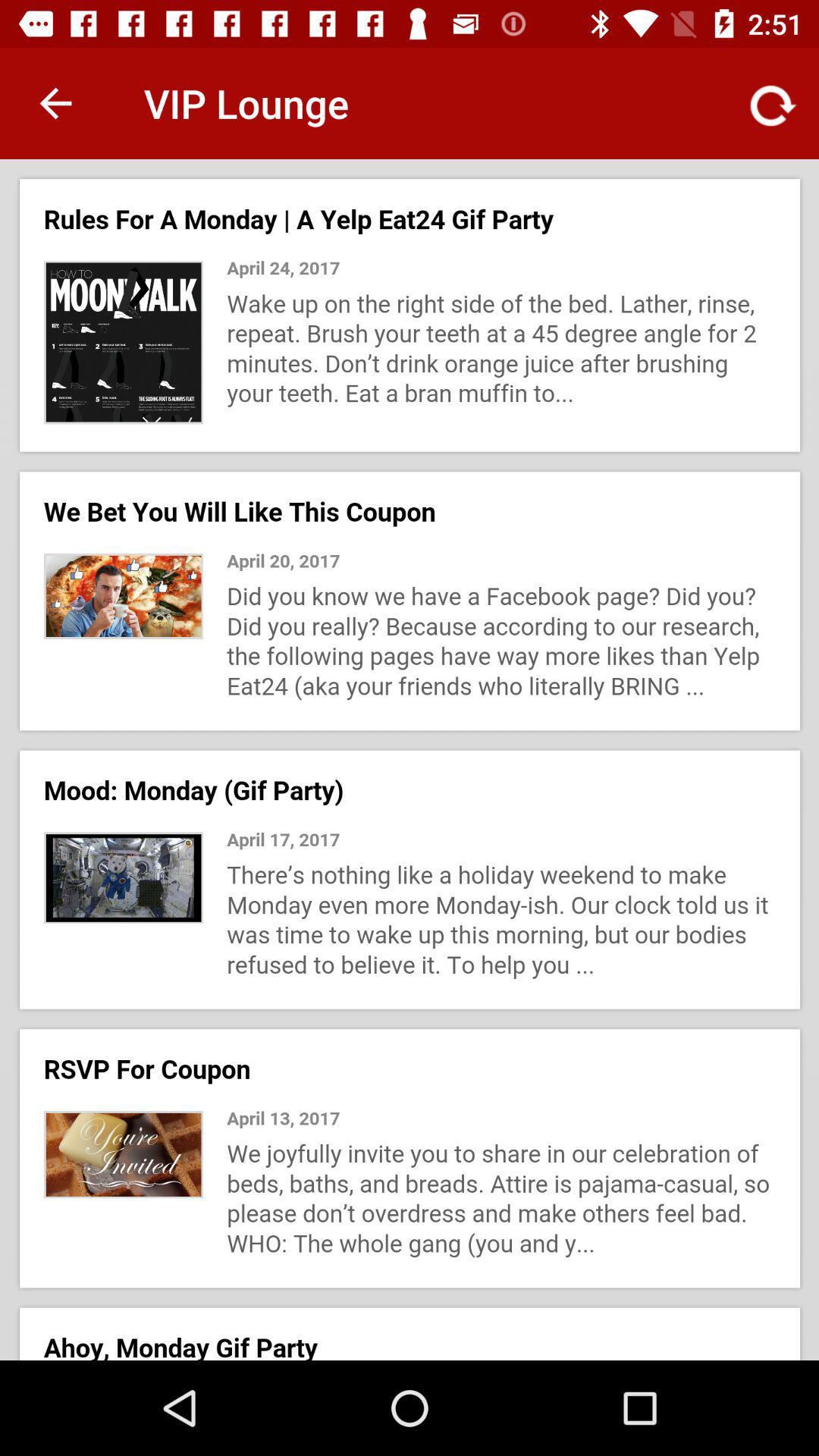 The width and height of the screenshot is (819, 1456). I want to click on article, so click(409, 760).